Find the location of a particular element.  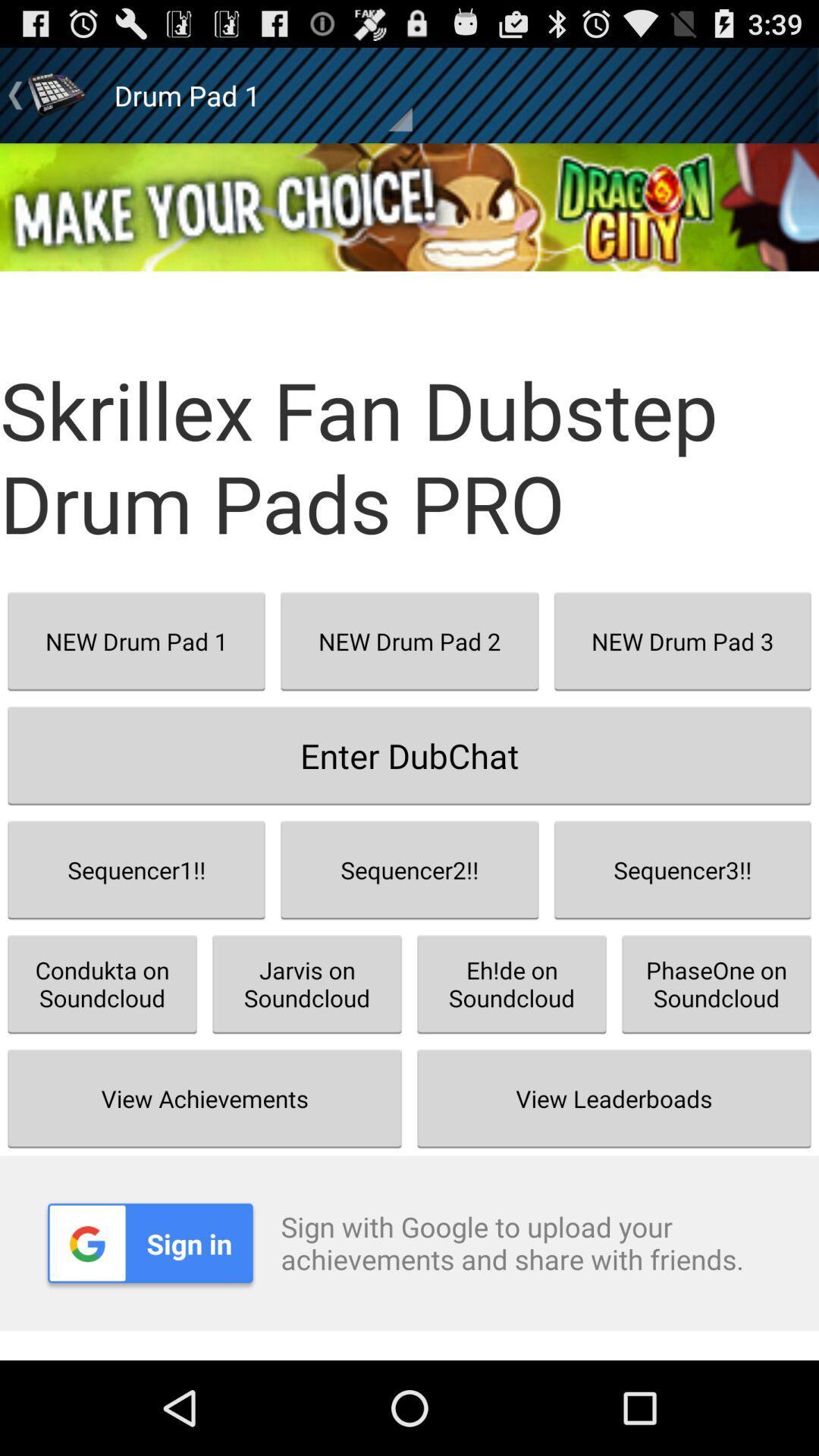

the icon above view achievements button is located at coordinates (102, 984).